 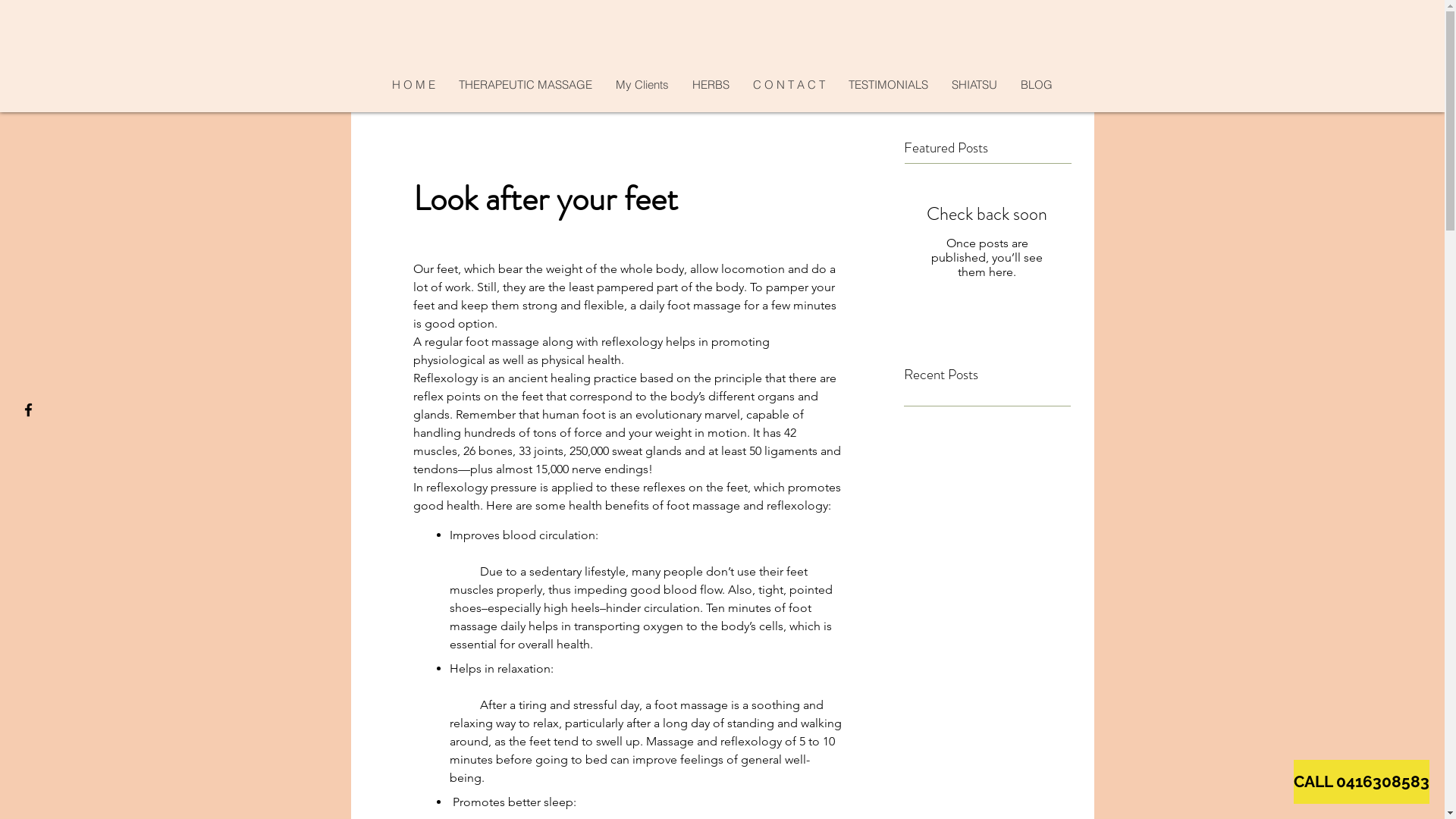 What do you see at coordinates (974, 84) in the screenshot?
I see `'SHIATSU'` at bounding box center [974, 84].